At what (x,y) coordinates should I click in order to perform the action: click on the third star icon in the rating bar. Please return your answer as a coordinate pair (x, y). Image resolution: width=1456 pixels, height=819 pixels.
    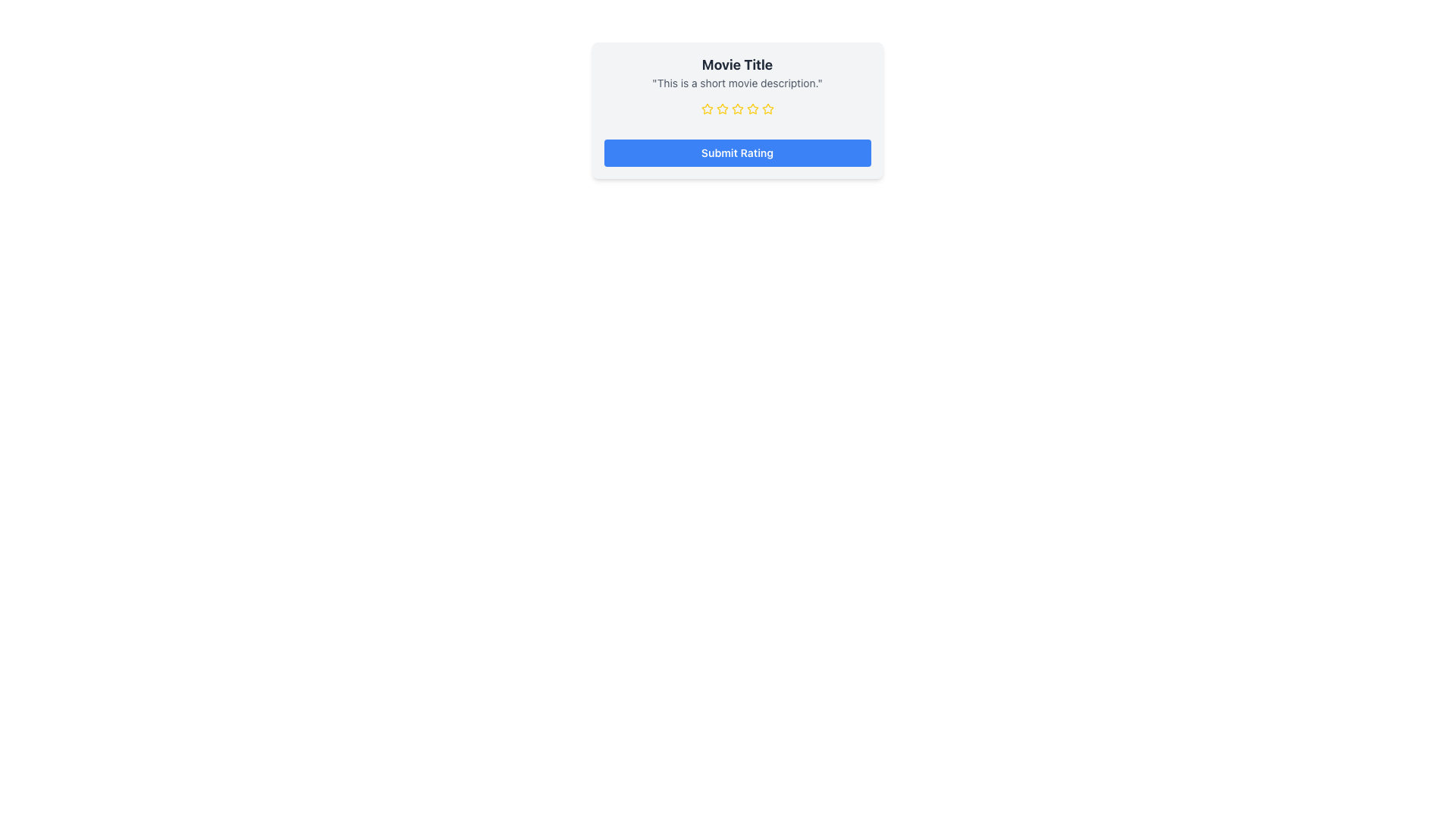
    Looking at the image, I should click on (752, 108).